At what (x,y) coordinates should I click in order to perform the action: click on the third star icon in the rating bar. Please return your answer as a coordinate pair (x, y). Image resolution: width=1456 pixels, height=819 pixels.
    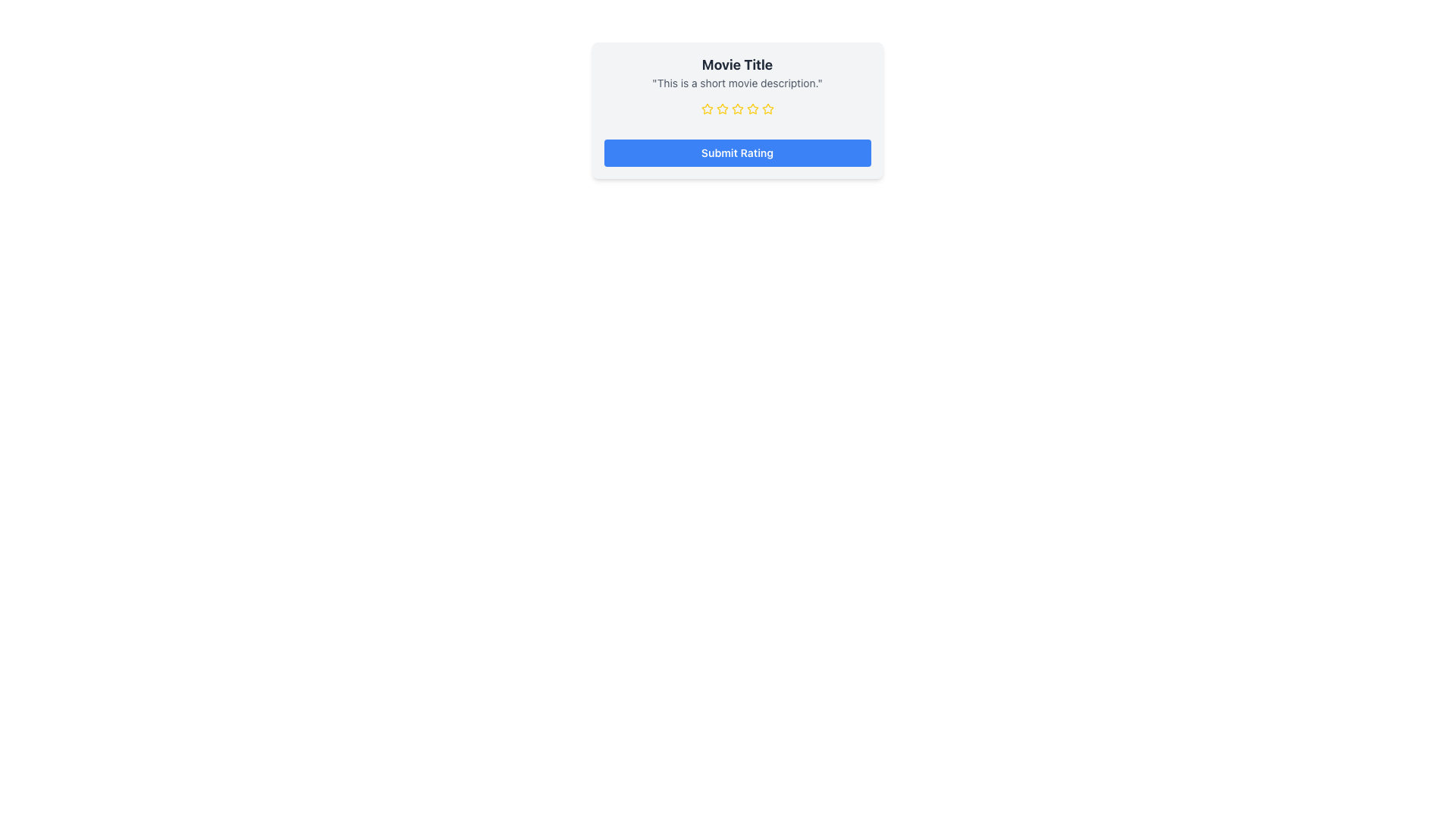
    Looking at the image, I should click on (752, 108).